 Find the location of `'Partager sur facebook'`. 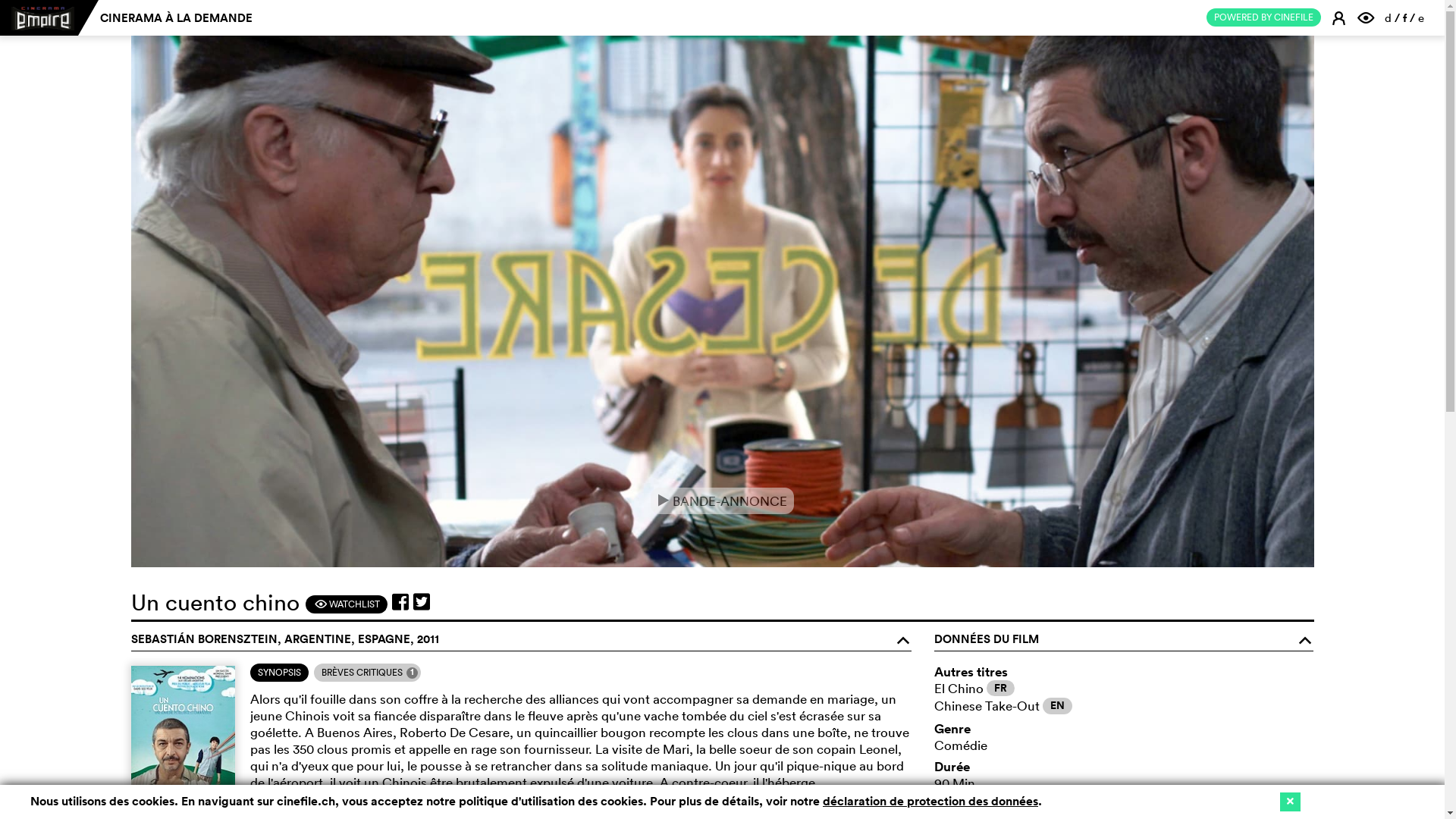

'Partager sur facebook' is located at coordinates (400, 601).